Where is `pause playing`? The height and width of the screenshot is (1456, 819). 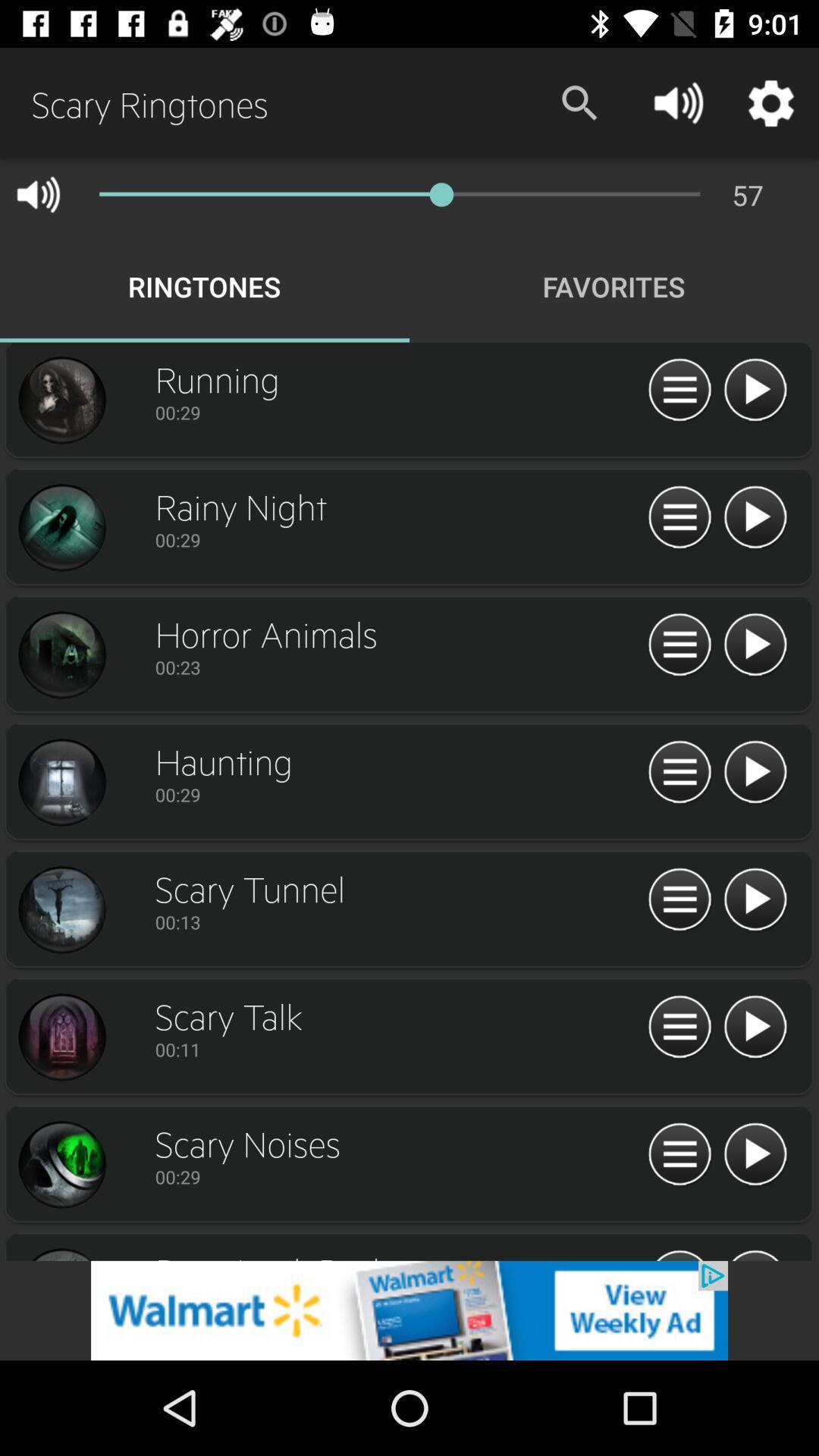
pause playing is located at coordinates (679, 391).